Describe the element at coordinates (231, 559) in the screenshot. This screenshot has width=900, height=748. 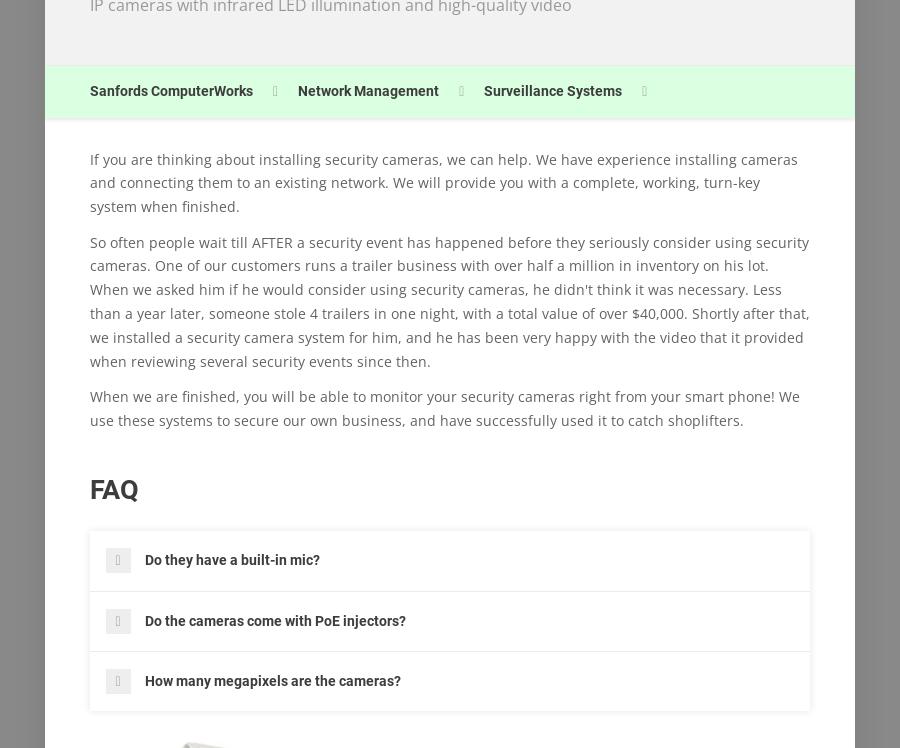
I see `'Do they have a built-in mic?'` at that location.